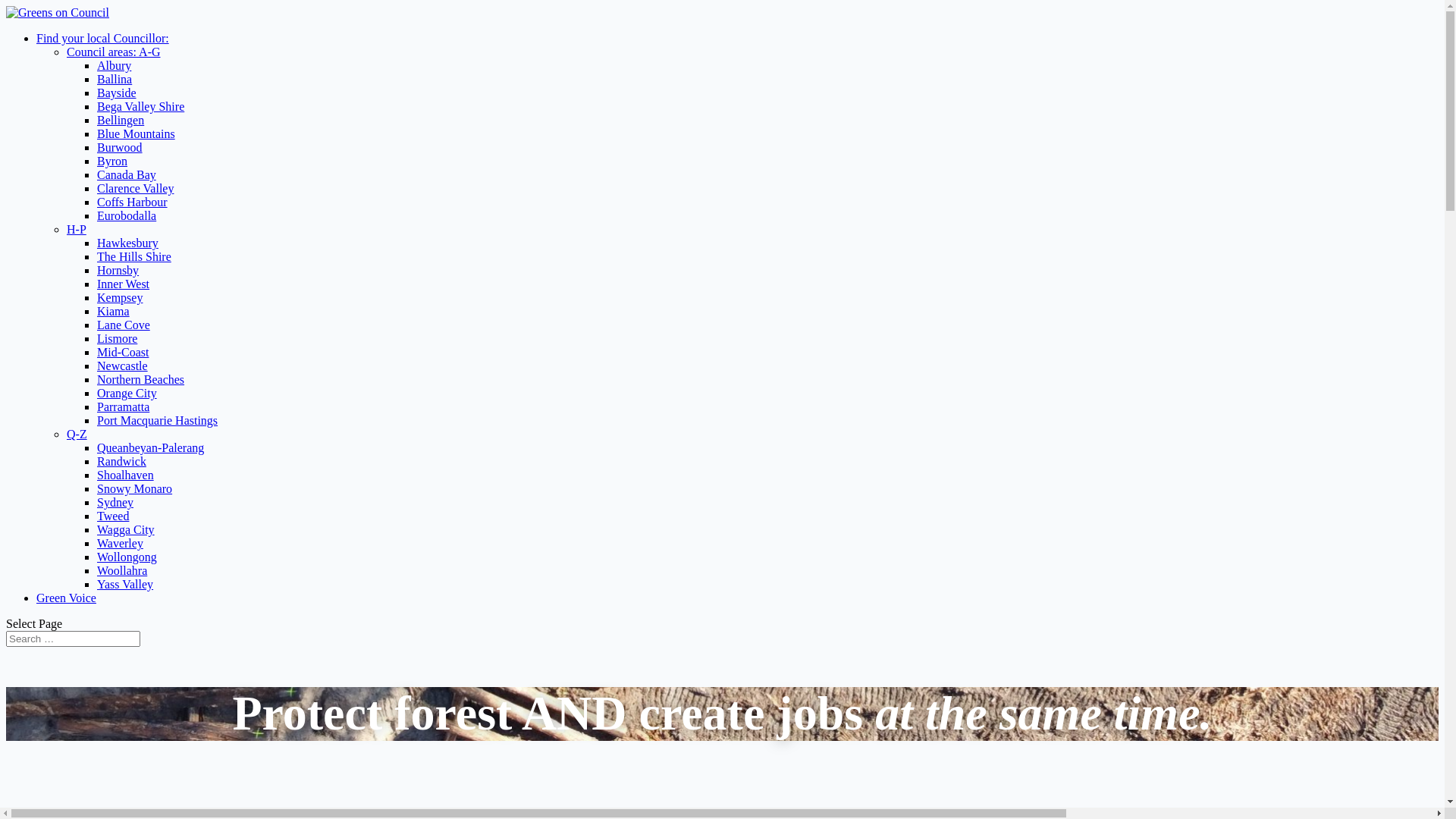  What do you see at coordinates (123, 406) in the screenshot?
I see `'Parramatta'` at bounding box center [123, 406].